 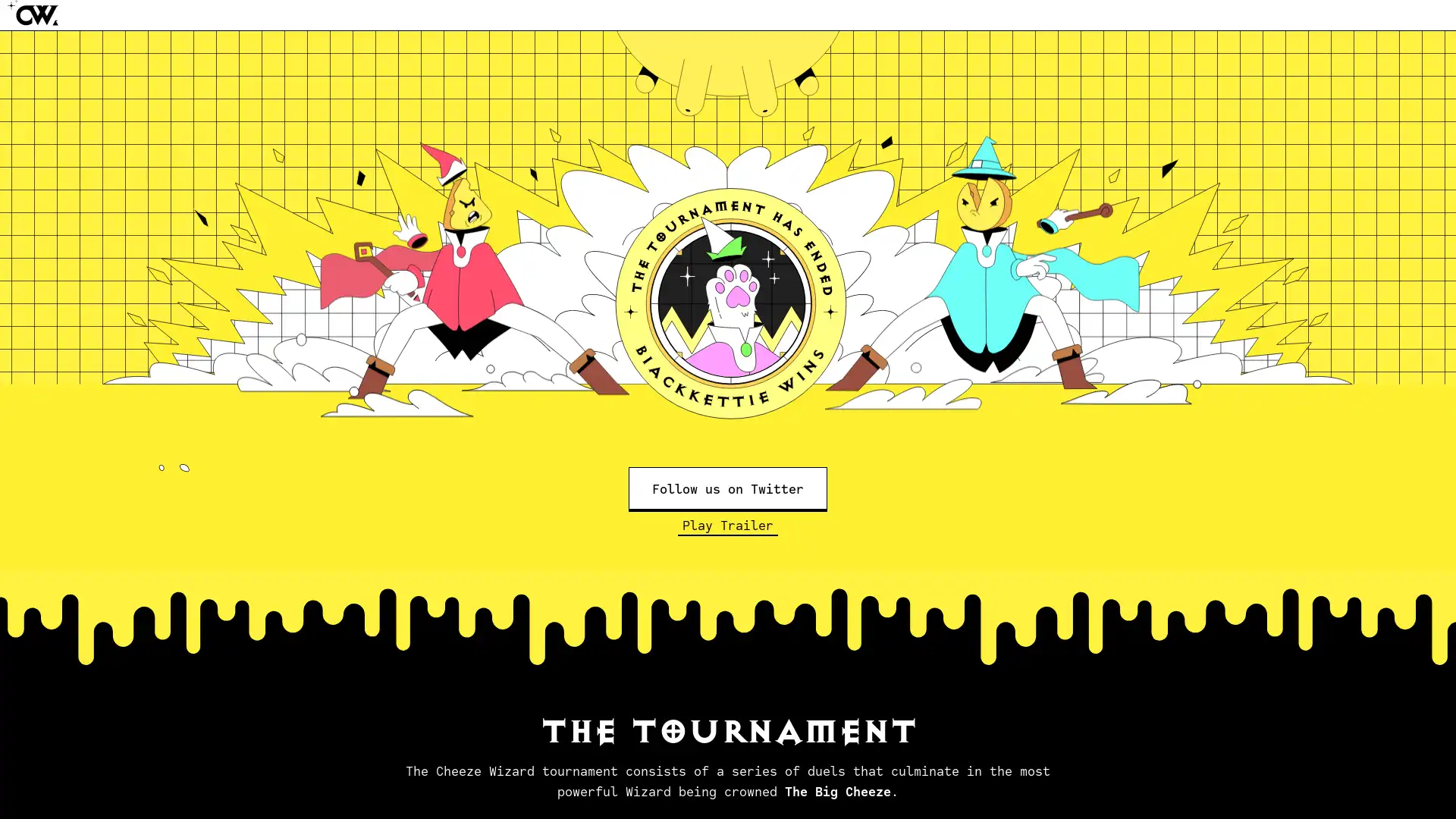 What do you see at coordinates (728, 526) in the screenshot?
I see `Play Trailer` at bounding box center [728, 526].